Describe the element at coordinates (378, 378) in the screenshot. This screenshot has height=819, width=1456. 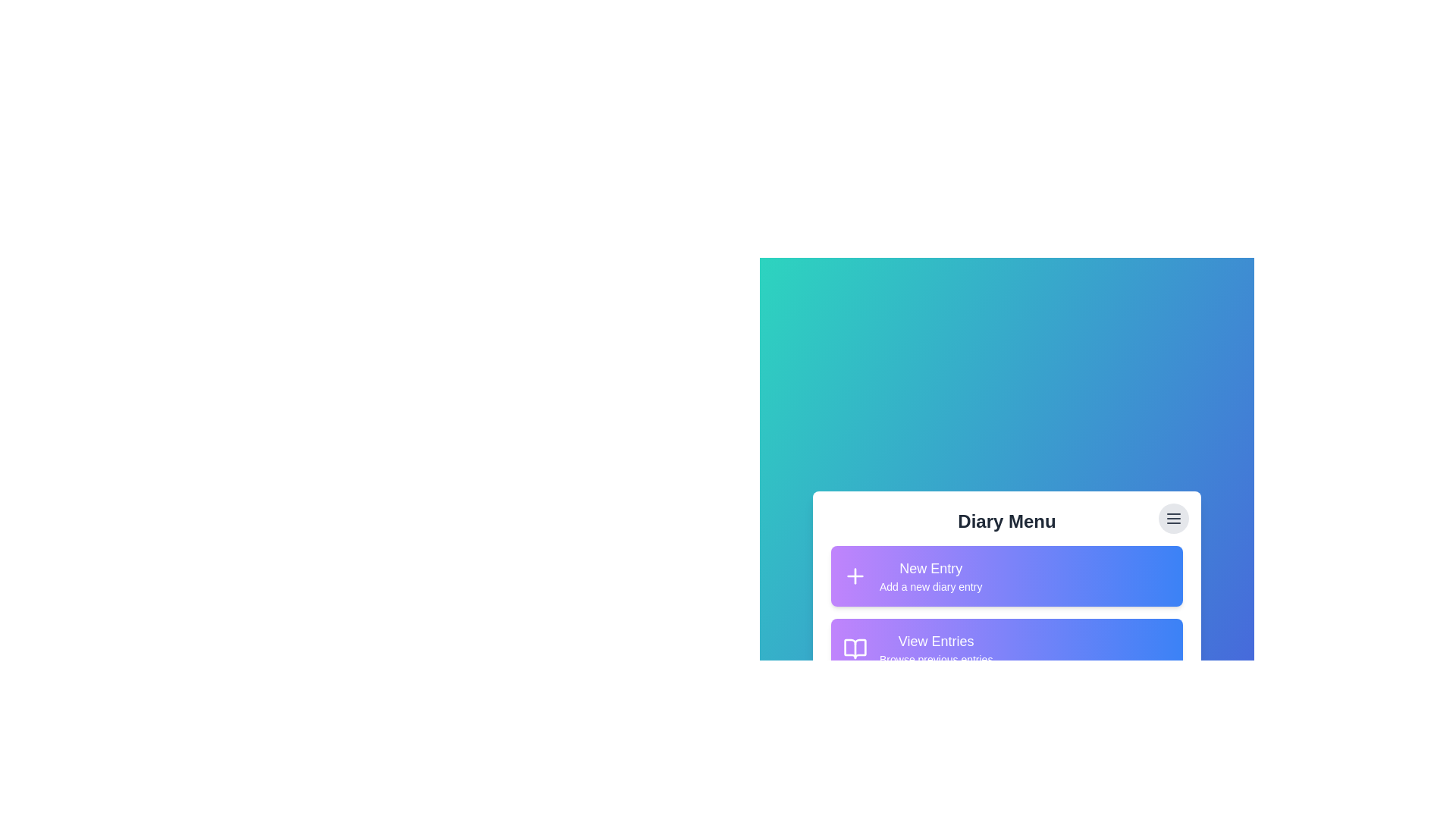
I see `the background area to close the menu` at that location.